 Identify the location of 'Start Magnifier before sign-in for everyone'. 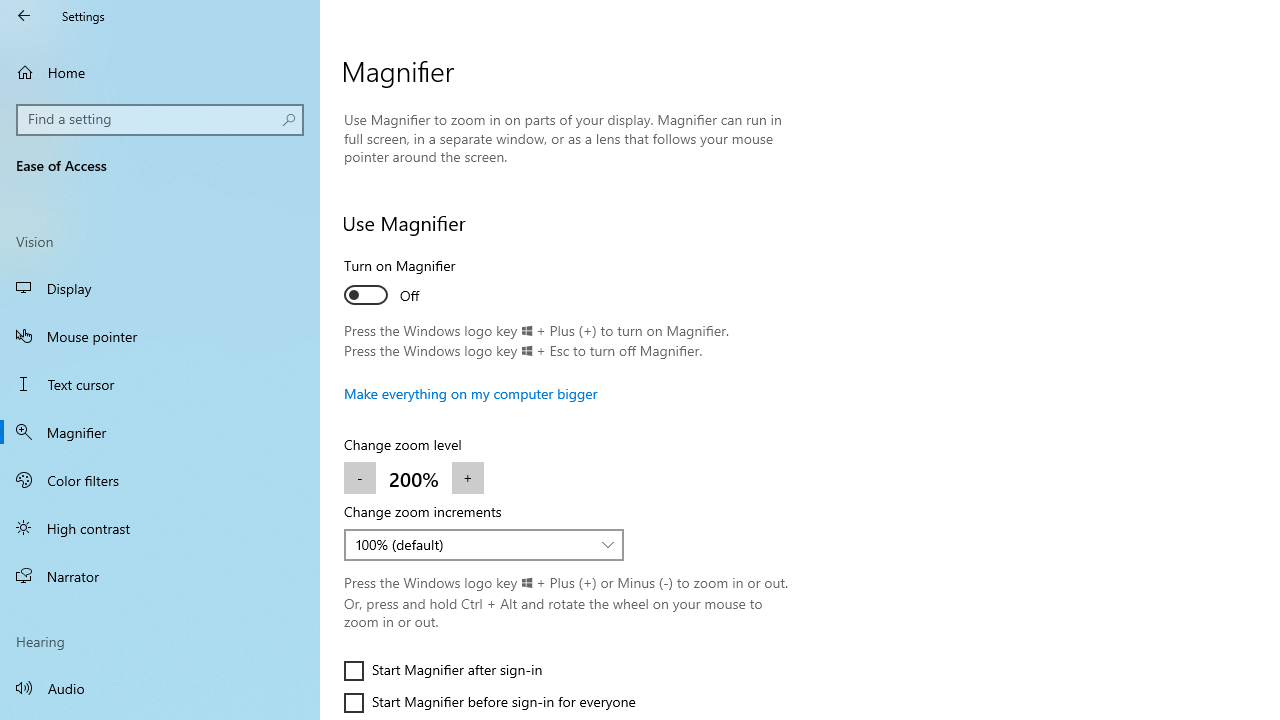
(490, 702).